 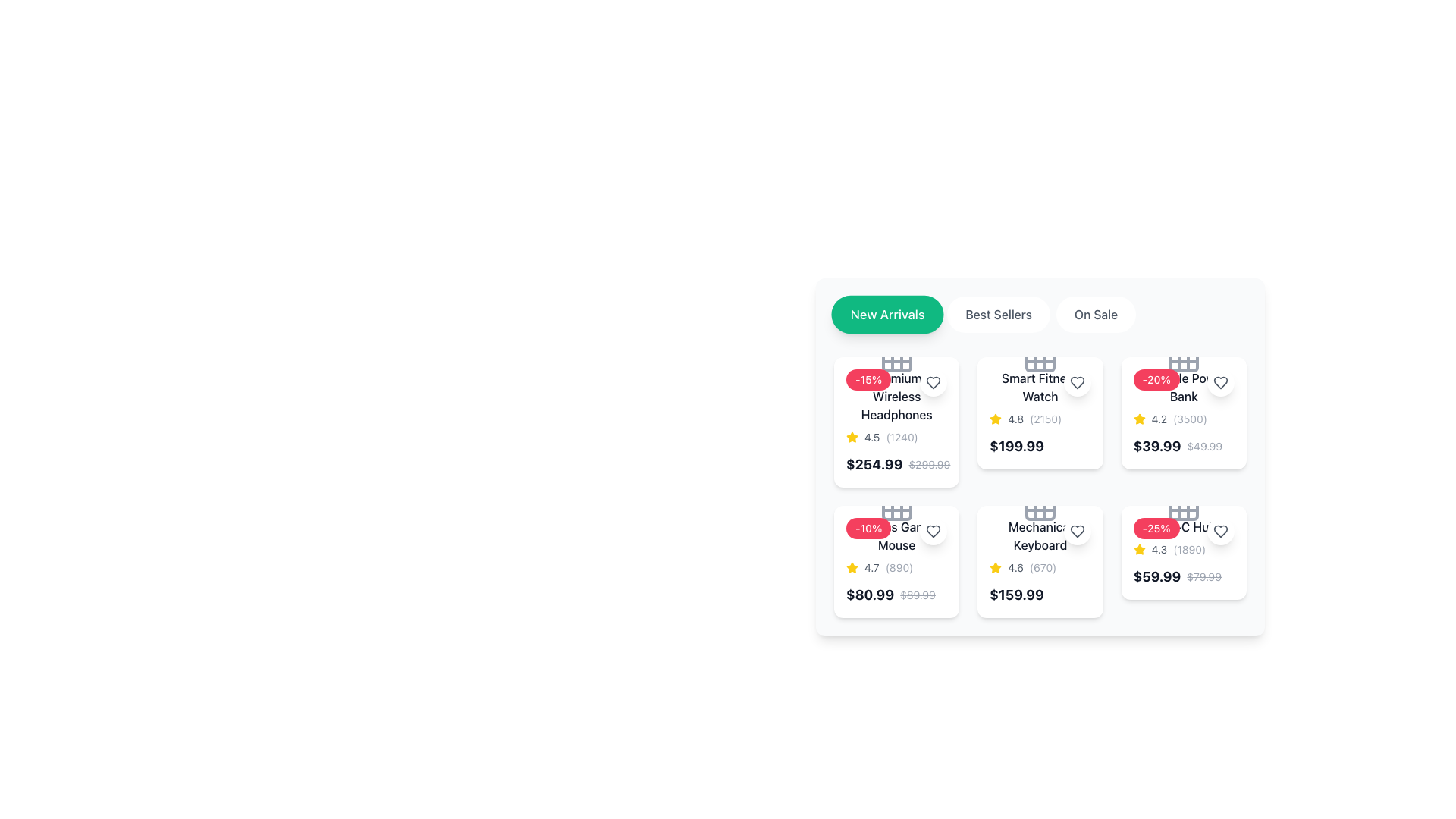 I want to click on price information displayed in the Price display component, which includes the current price of '$254.99' and the original price of '$299.99.', so click(x=898, y=464).